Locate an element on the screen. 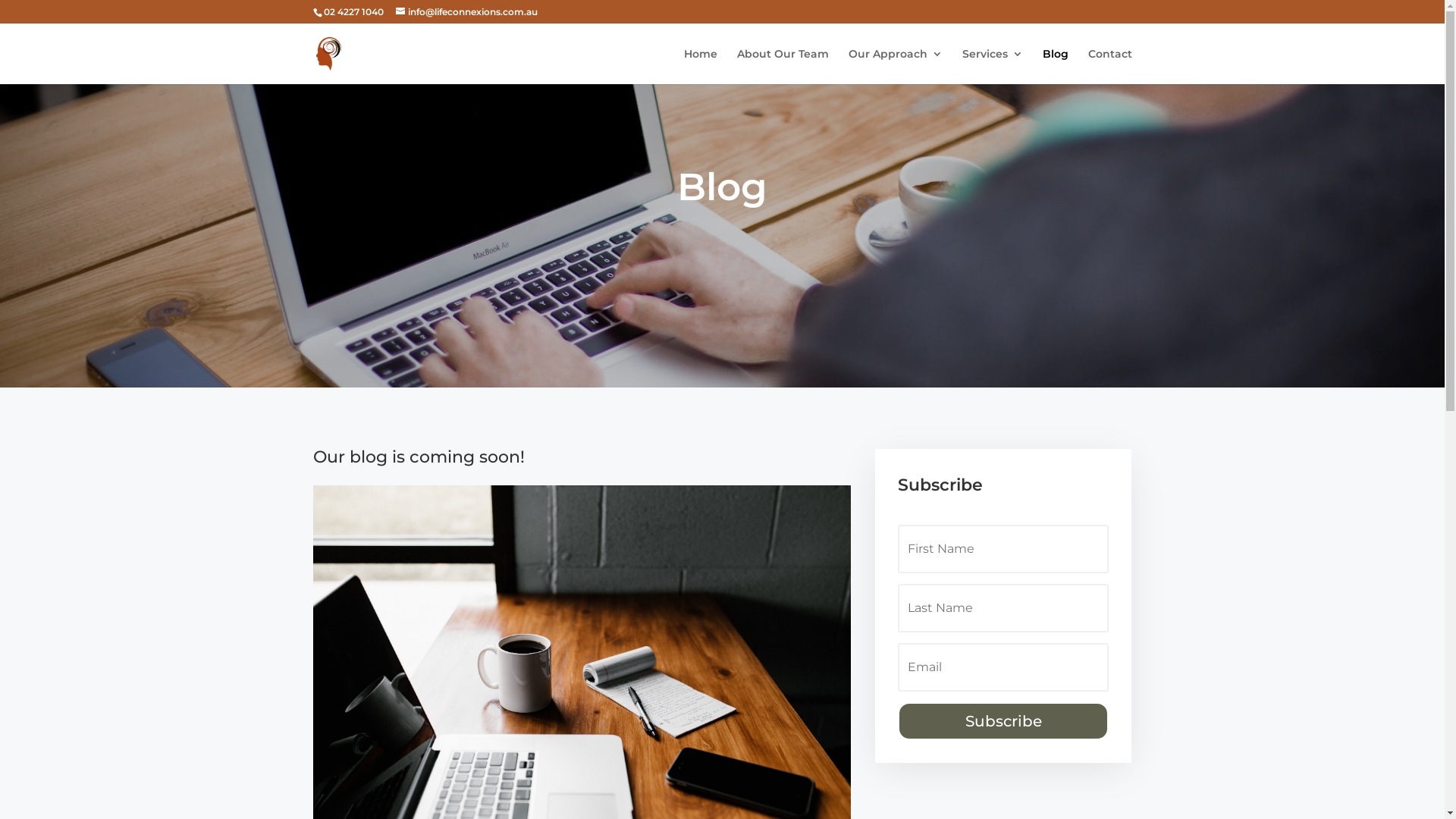 The image size is (1456, 819). 'Subscribe' is located at coordinates (1003, 720).